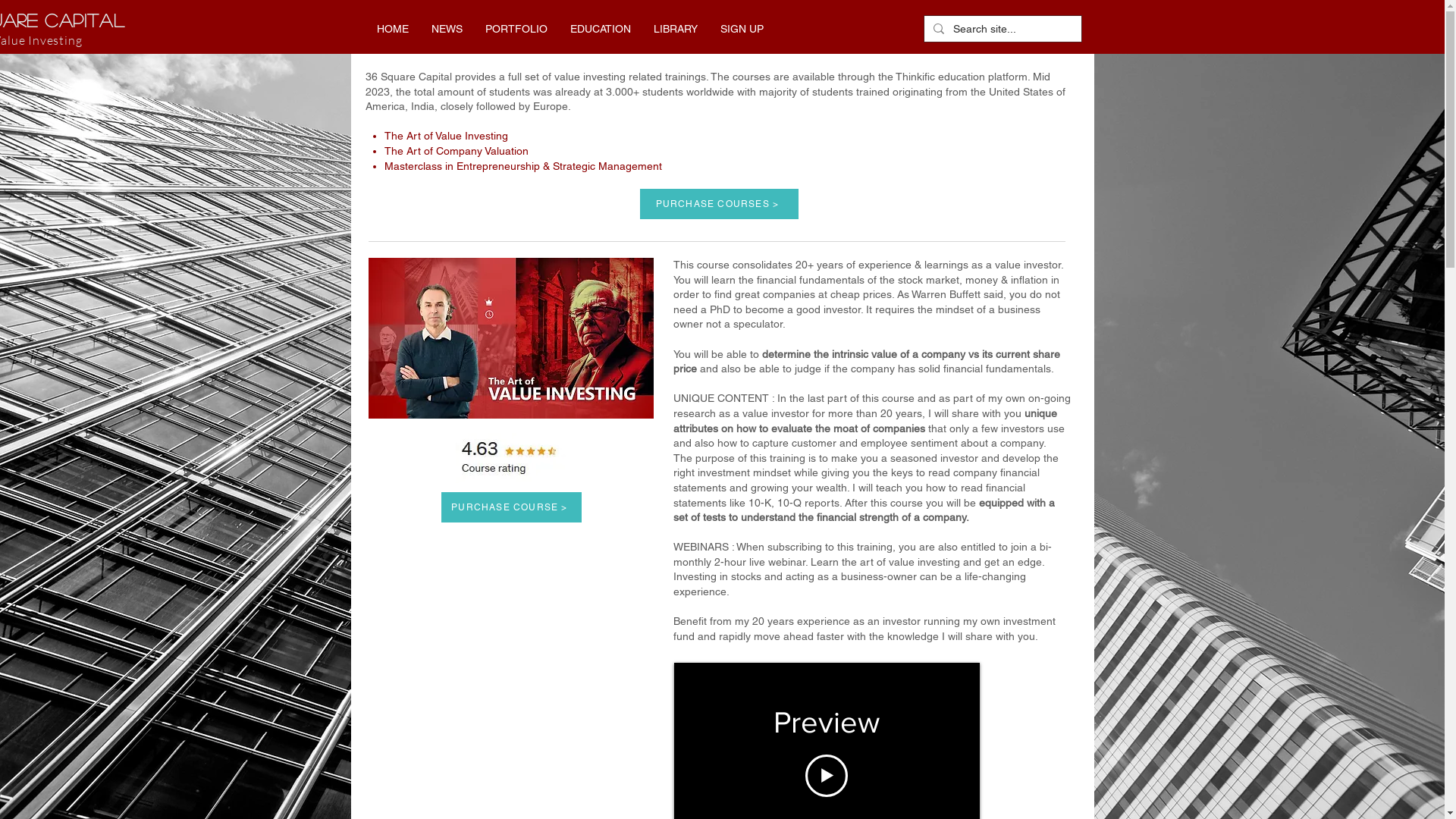 Image resolution: width=1456 pixels, height=819 pixels. Describe the element at coordinates (913, 76) in the screenshot. I see `'Thinkific'` at that location.